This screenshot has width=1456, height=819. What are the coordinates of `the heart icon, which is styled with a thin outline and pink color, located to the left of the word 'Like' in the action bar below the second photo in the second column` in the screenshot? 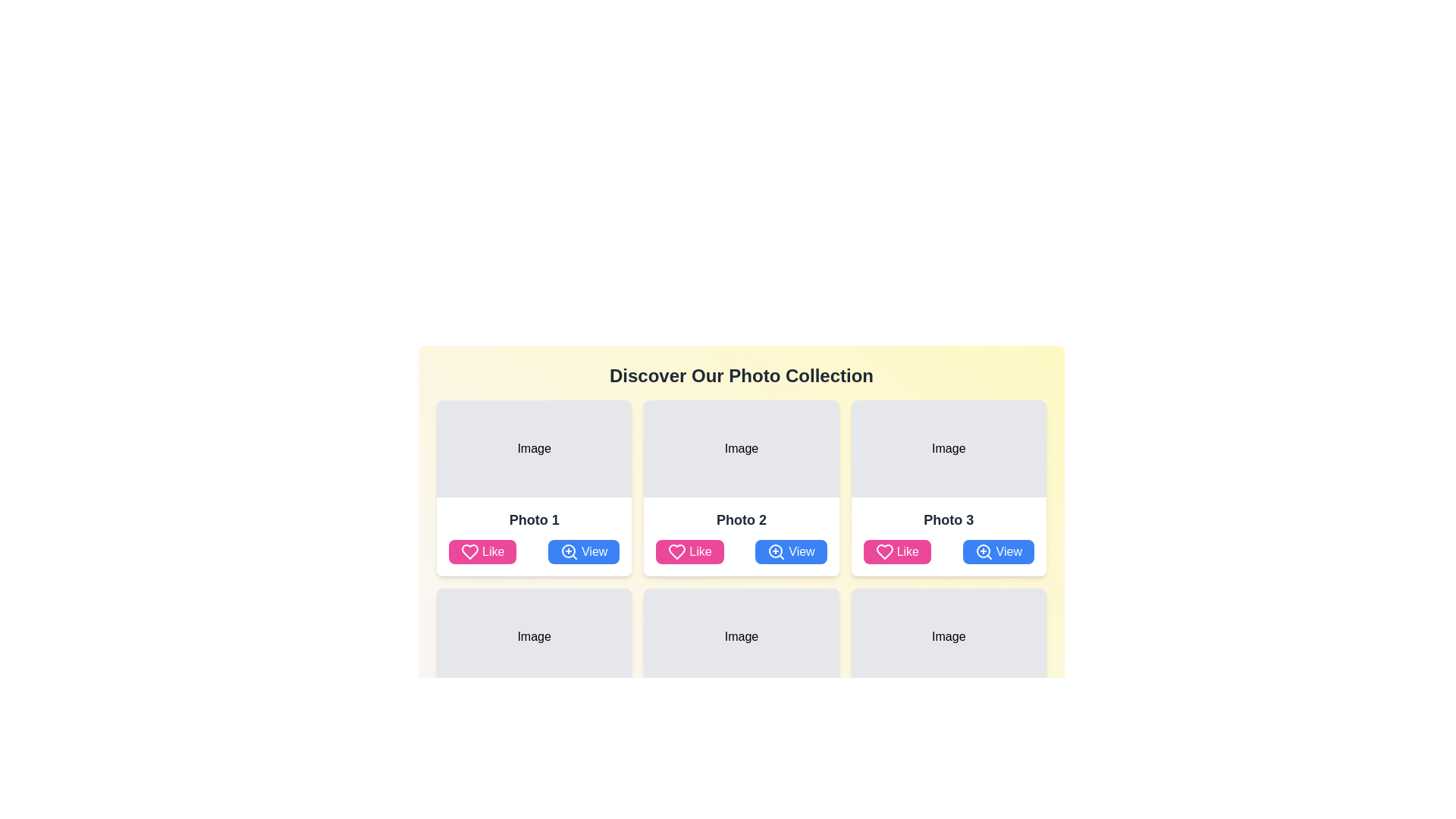 It's located at (676, 552).